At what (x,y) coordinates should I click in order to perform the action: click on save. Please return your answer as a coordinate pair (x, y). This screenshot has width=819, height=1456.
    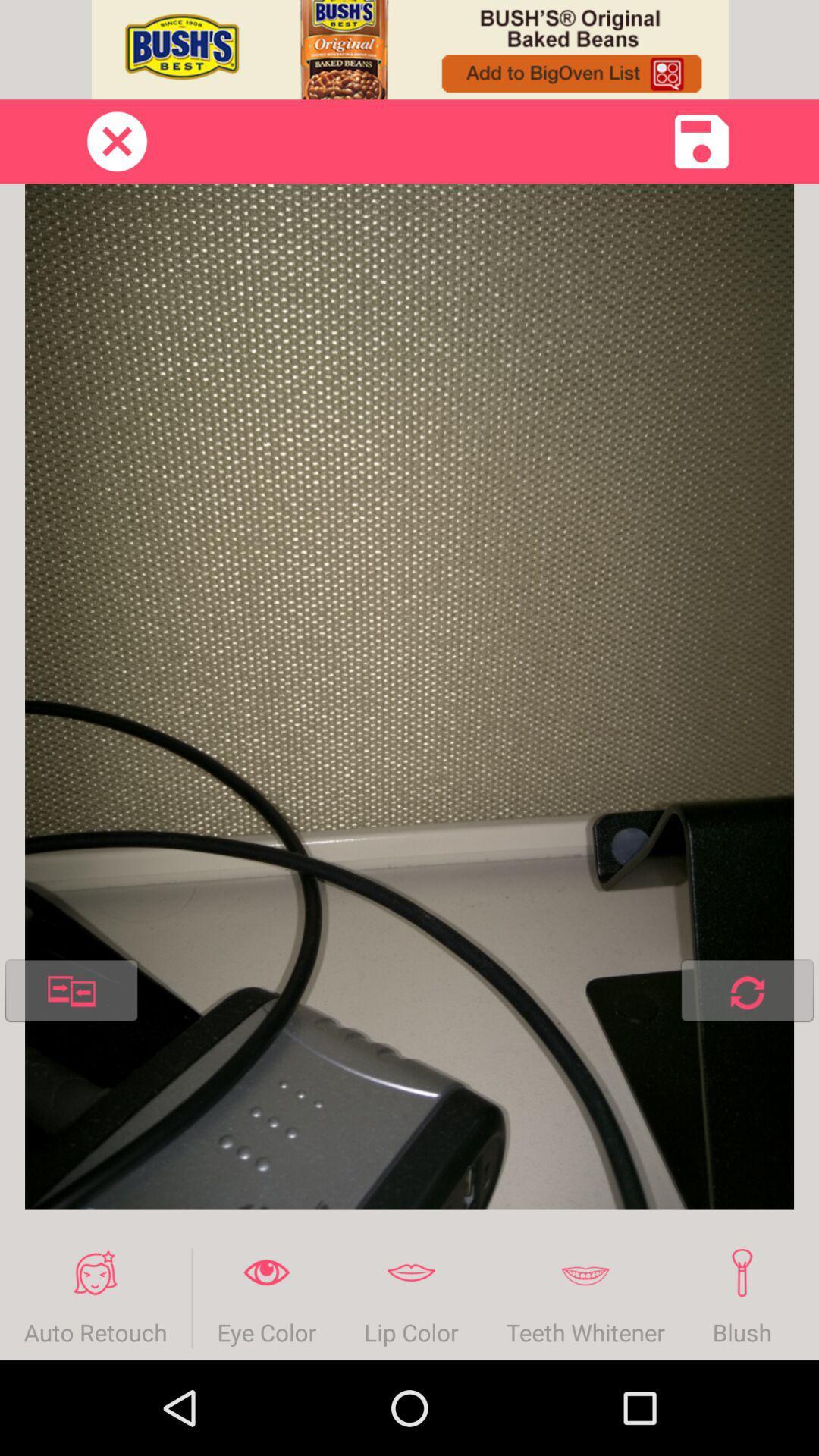
    Looking at the image, I should click on (701, 141).